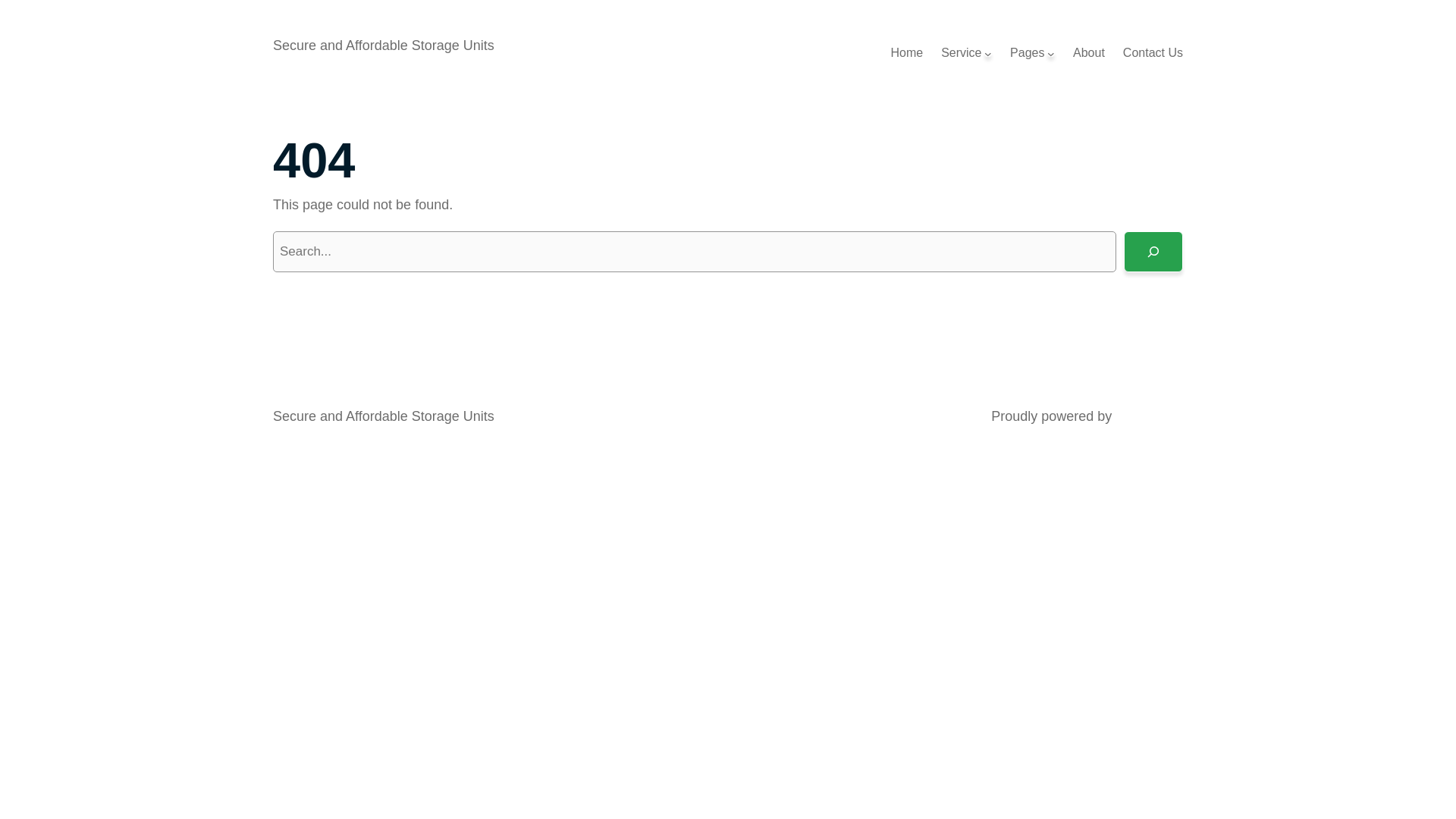 The image size is (1456, 819). I want to click on 'Secure and Affordable Storage Units', so click(383, 45).